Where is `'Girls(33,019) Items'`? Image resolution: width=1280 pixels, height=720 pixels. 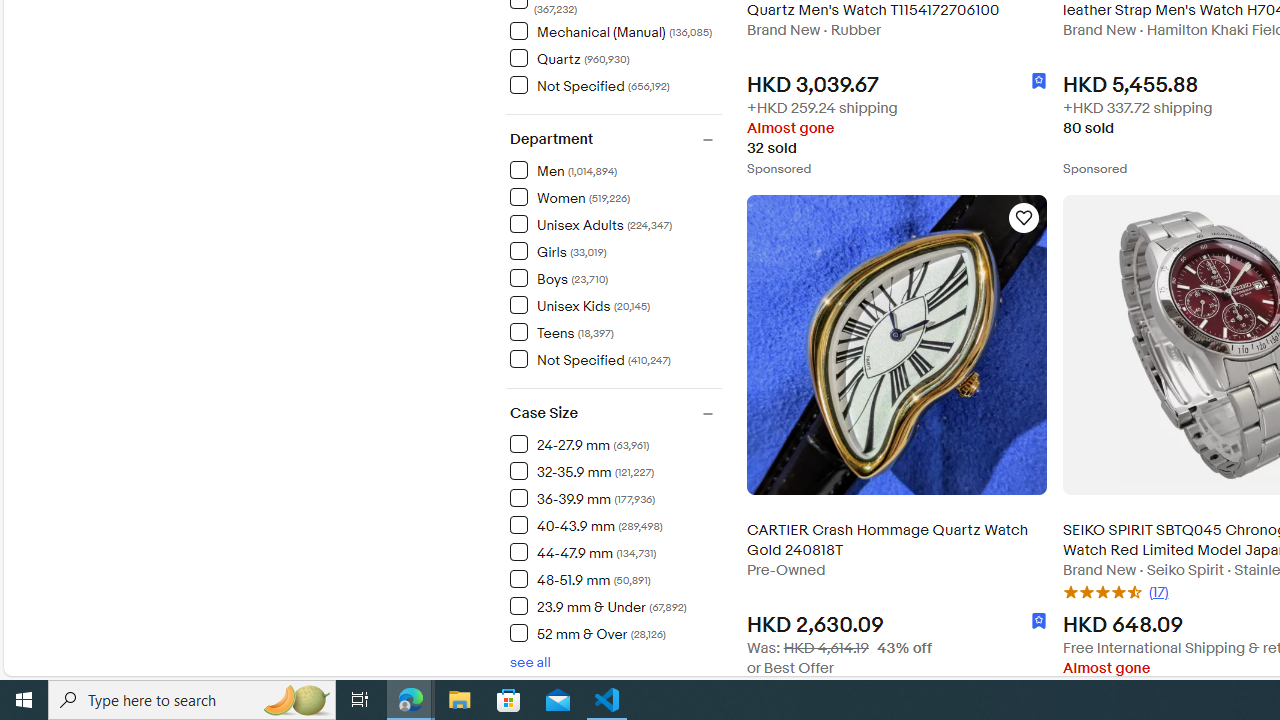 'Girls(33,019) Items' is located at coordinates (614, 249).